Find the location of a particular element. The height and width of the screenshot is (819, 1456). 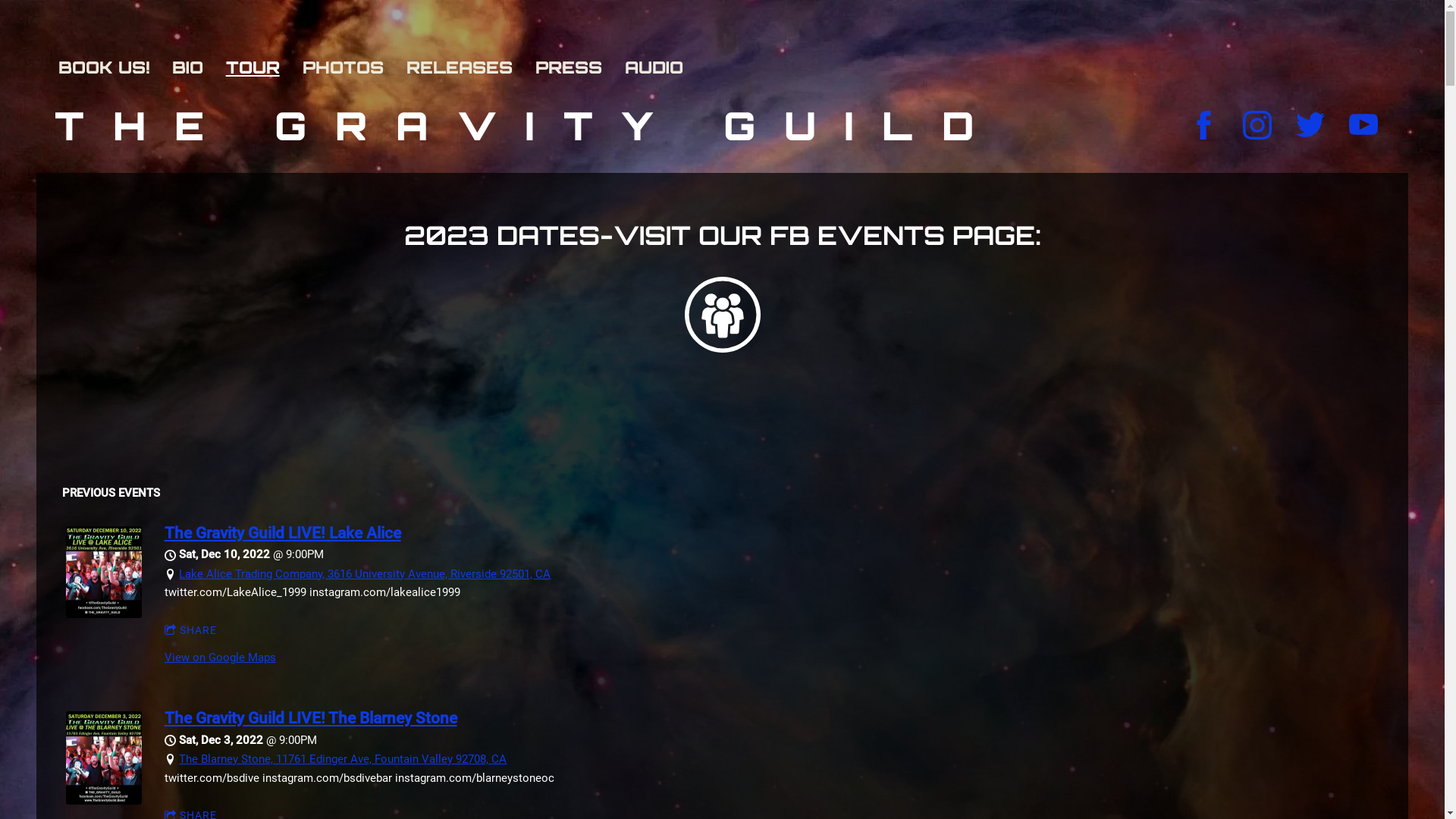

'SHARE' is located at coordinates (190, 631).